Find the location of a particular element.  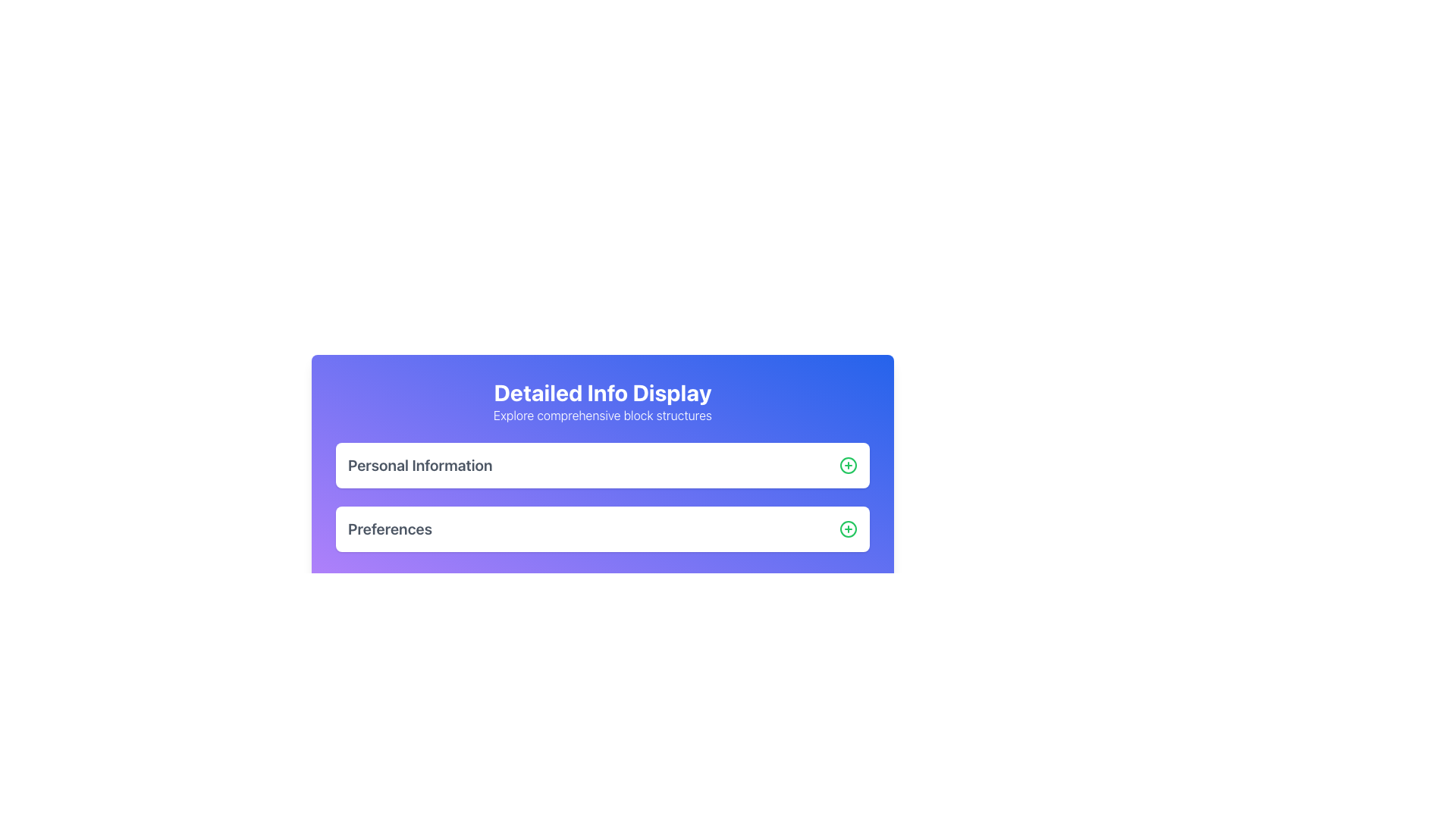

the static text label that serves as a heading for user preferences, positioned below 'Personal Information' and aligned to the left is located at coordinates (390, 529).